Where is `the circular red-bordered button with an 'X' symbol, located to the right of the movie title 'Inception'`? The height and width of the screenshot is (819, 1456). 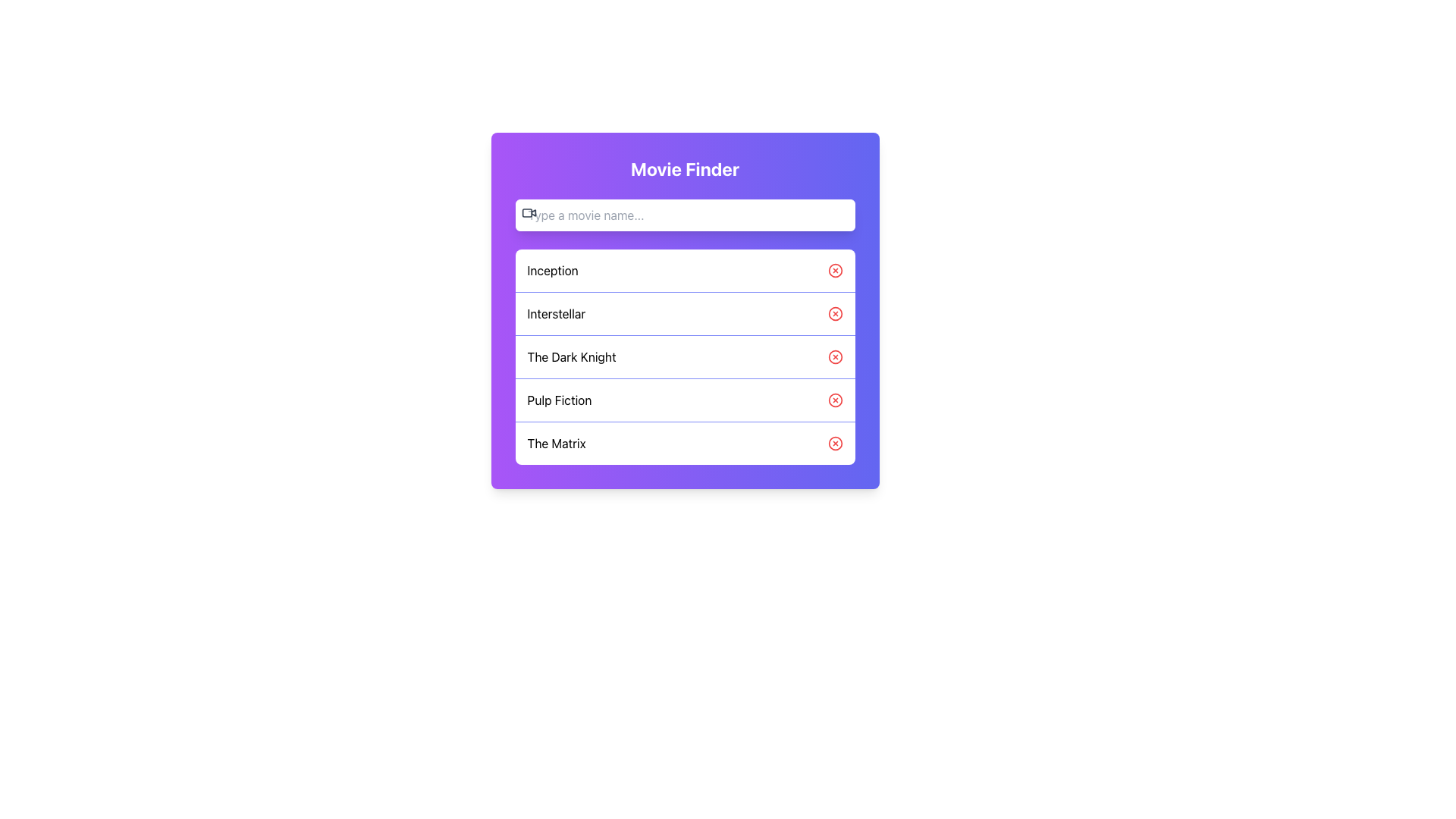 the circular red-bordered button with an 'X' symbol, located to the right of the movie title 'Inception' is located at coordinates (834, 270).